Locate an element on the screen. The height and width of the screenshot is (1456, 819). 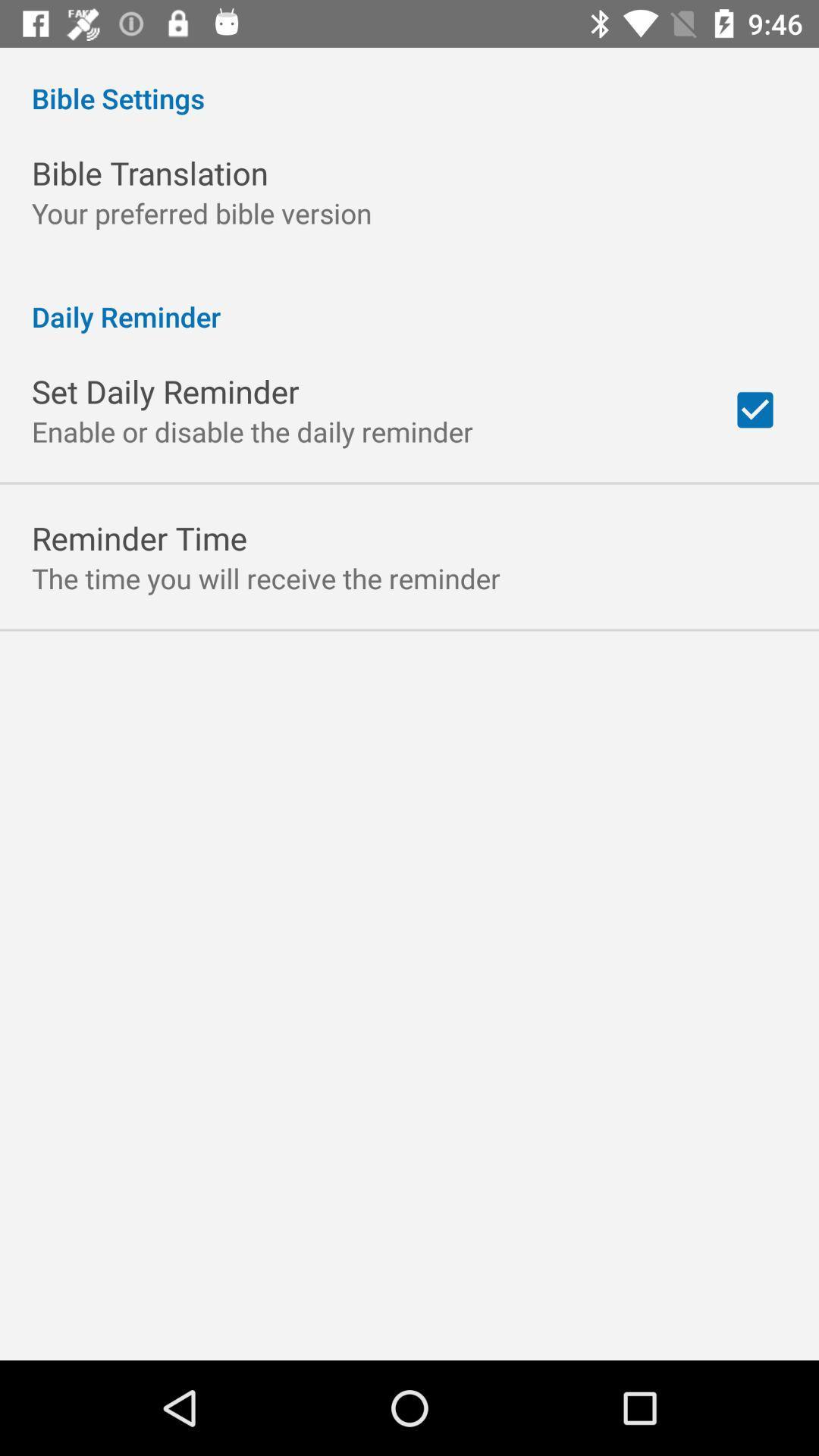
the app to the right of enable or disable app is located at coordinates (755, 409).